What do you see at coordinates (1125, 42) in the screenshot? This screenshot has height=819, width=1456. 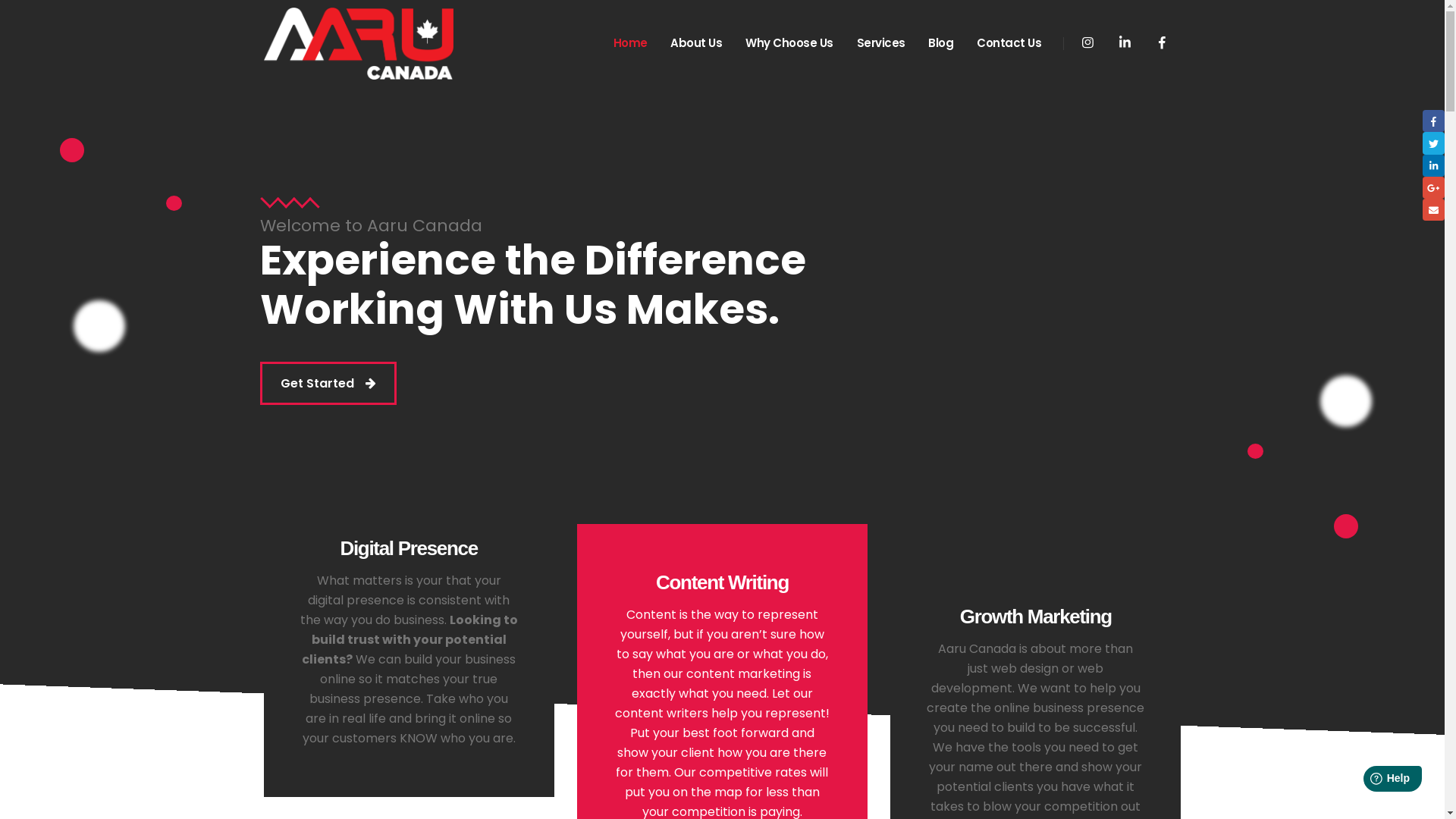 I see `'LinkedIn'` at bounding box center [1125, 42].